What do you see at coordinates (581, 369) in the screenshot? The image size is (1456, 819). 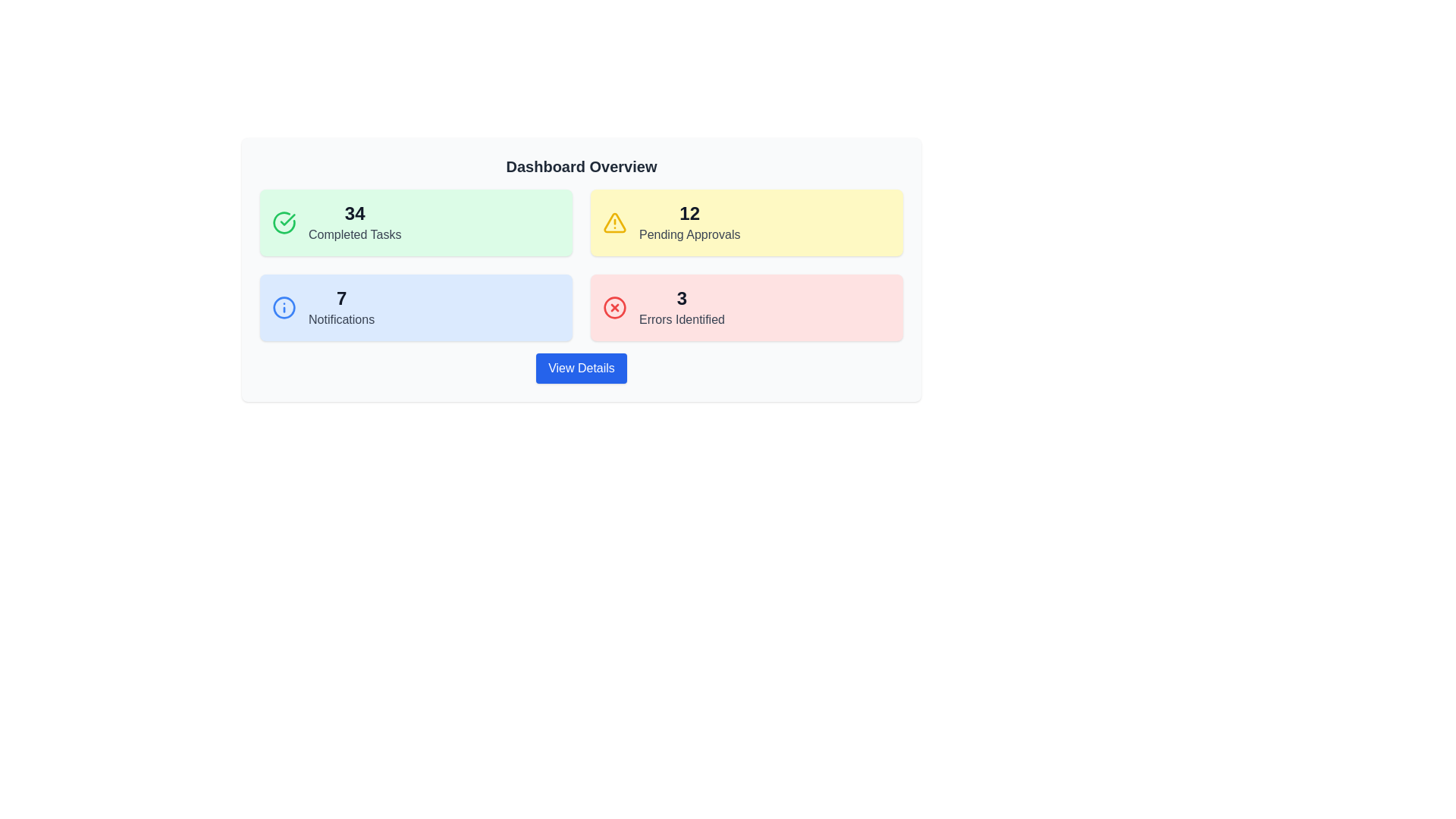 I see `the button located at the bottom of the dashboard interface that navigates users to a detailed view of the dashboard overview` at bounding box center [581, 369].